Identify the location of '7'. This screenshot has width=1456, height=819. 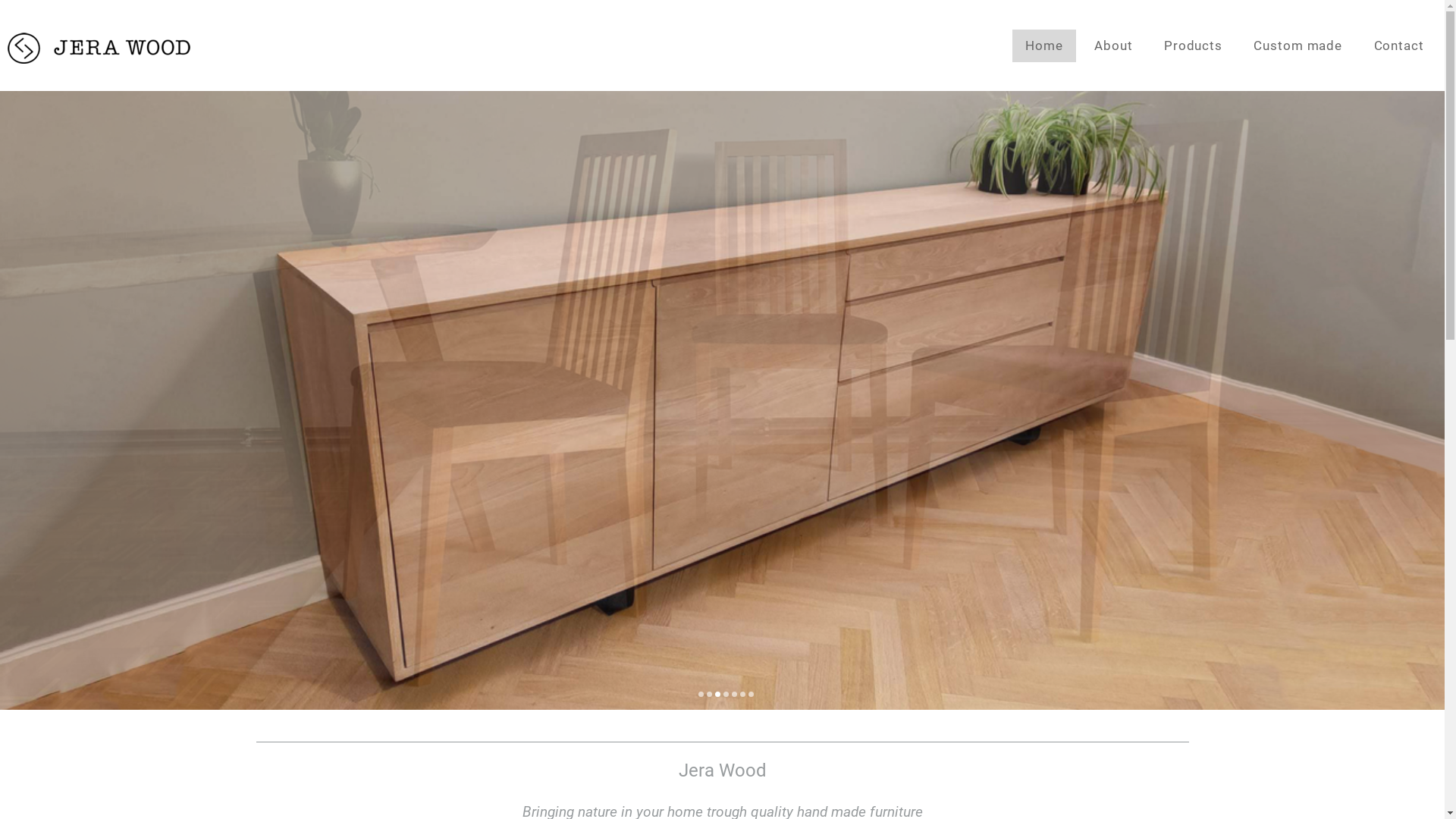
(751, 695).